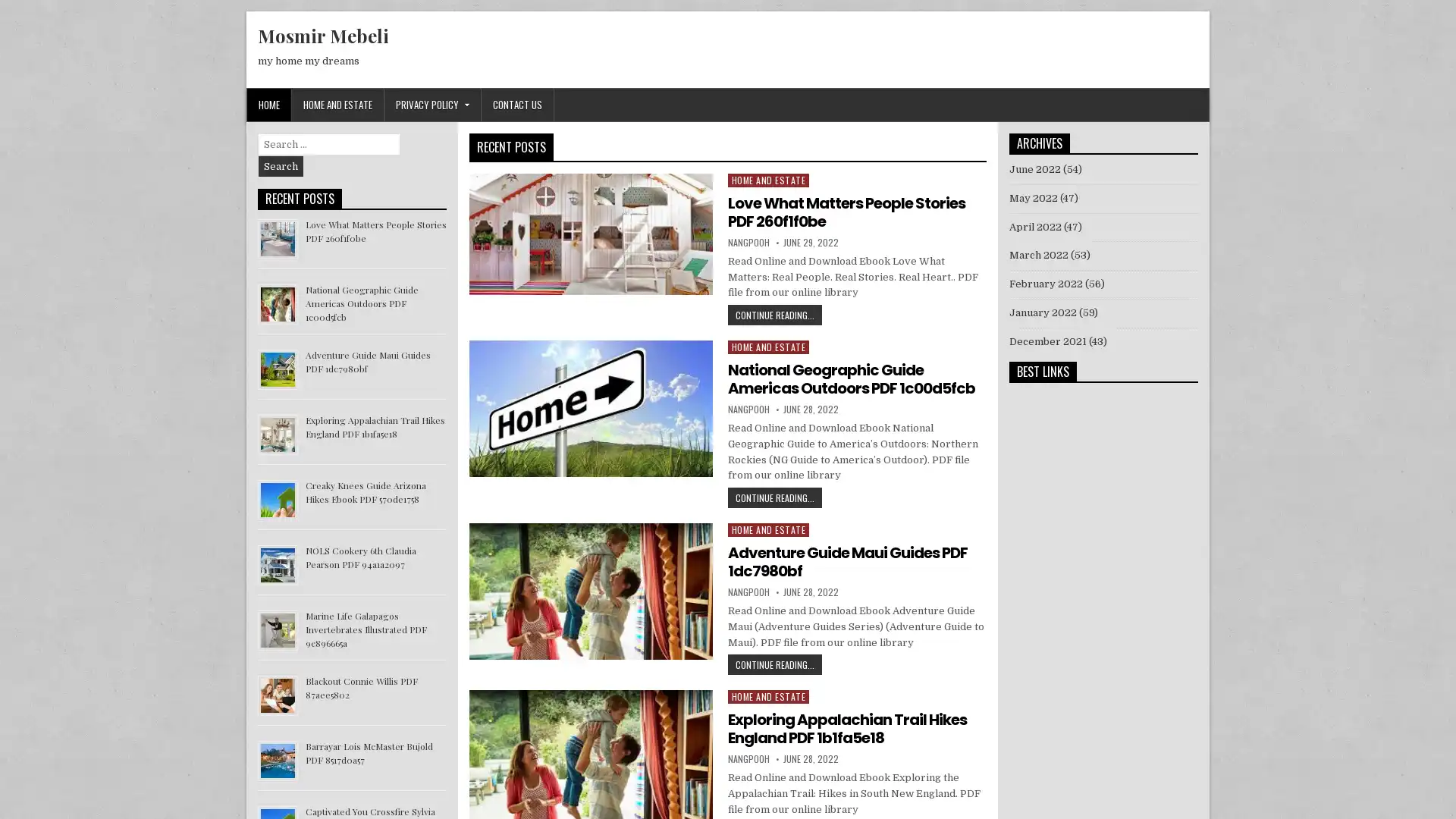 This screenshot has height=819, width=1456. What do you see at coordinates (281, 166) in the screenshot?
I see `Search` at bounding box center [281, 166].